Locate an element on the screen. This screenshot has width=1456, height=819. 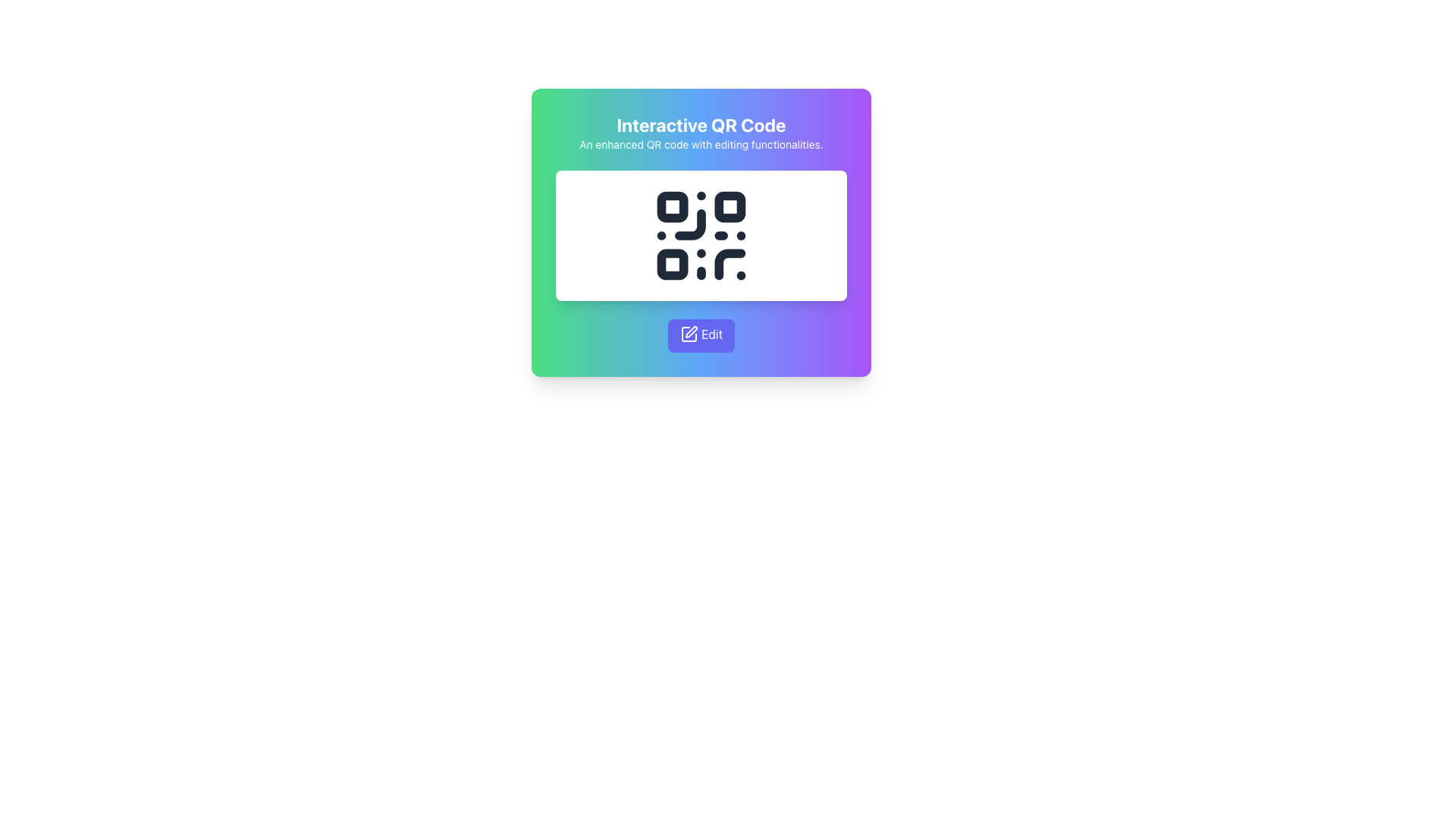
the button located at the bottom of the colored card interface, directly beneath the QR code display area is located at coordinates (701, 335).